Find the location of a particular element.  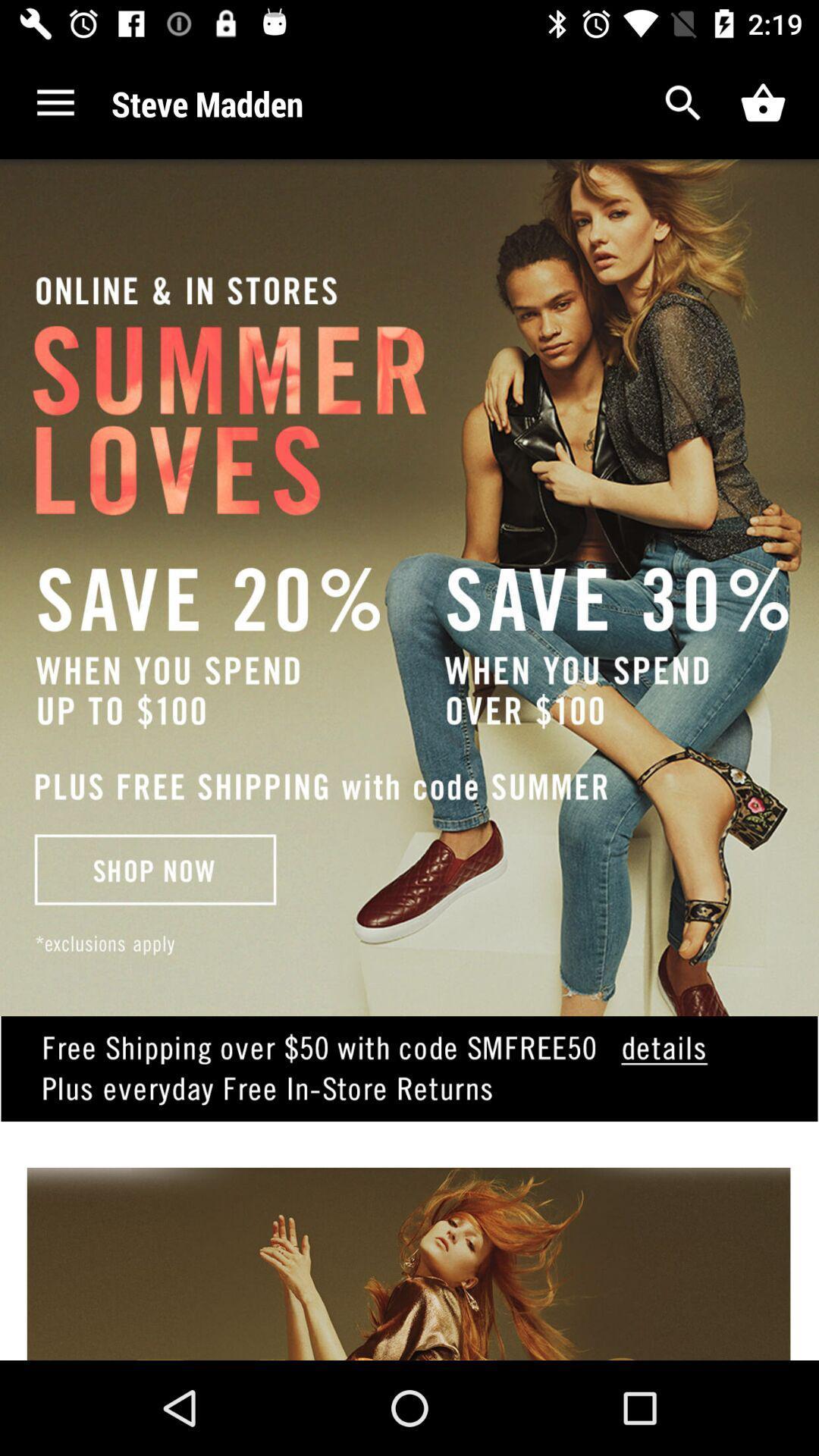

see the details is located at coordinates (409, 1092).